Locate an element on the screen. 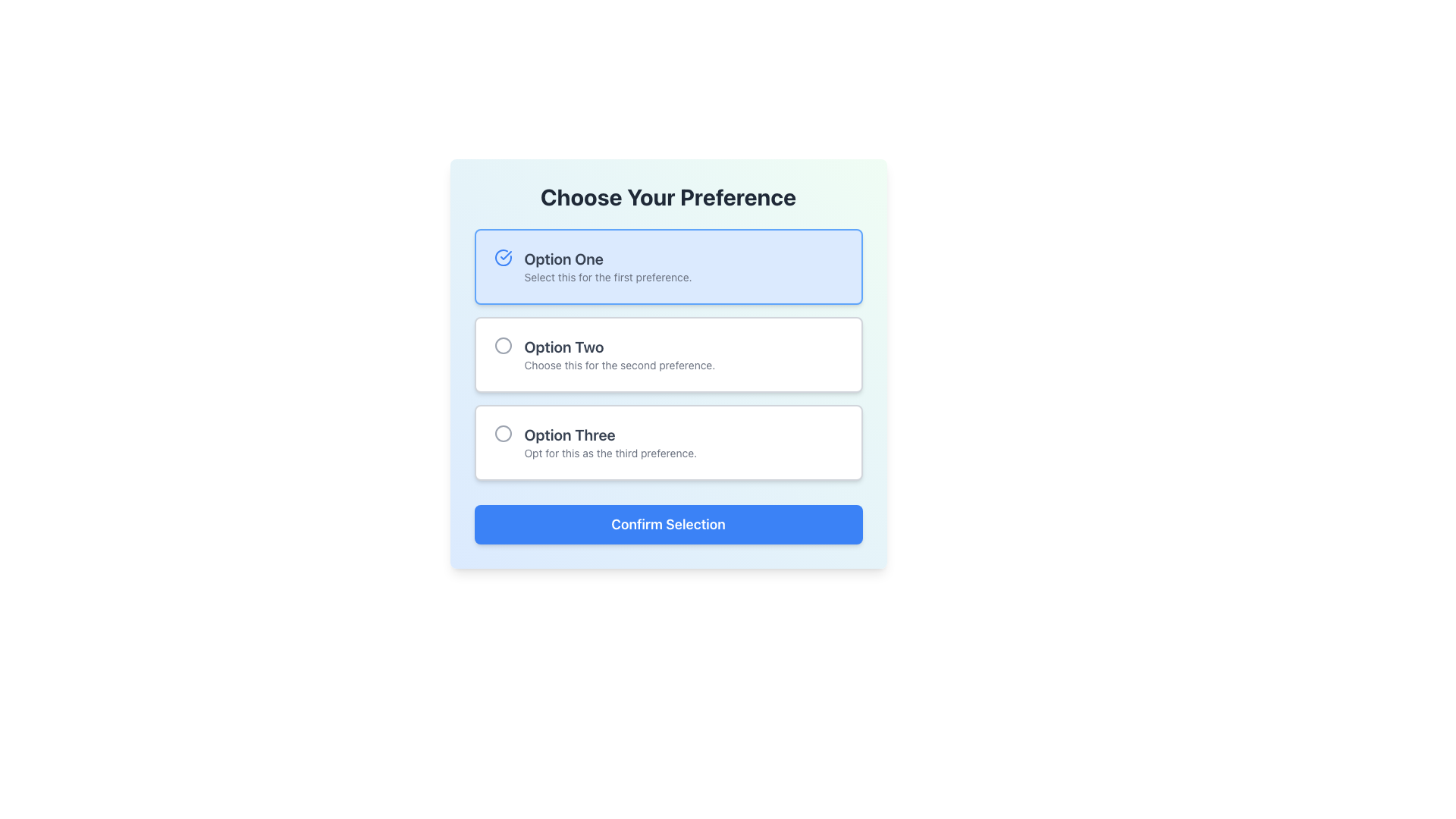 The image size is (1456, 819). the text label displaying 'Option Three', which is a bold, dark-gray font aligned to the left, located above the descriptive text in the third preference option of a vertical list is located at coordinates (610, 435).